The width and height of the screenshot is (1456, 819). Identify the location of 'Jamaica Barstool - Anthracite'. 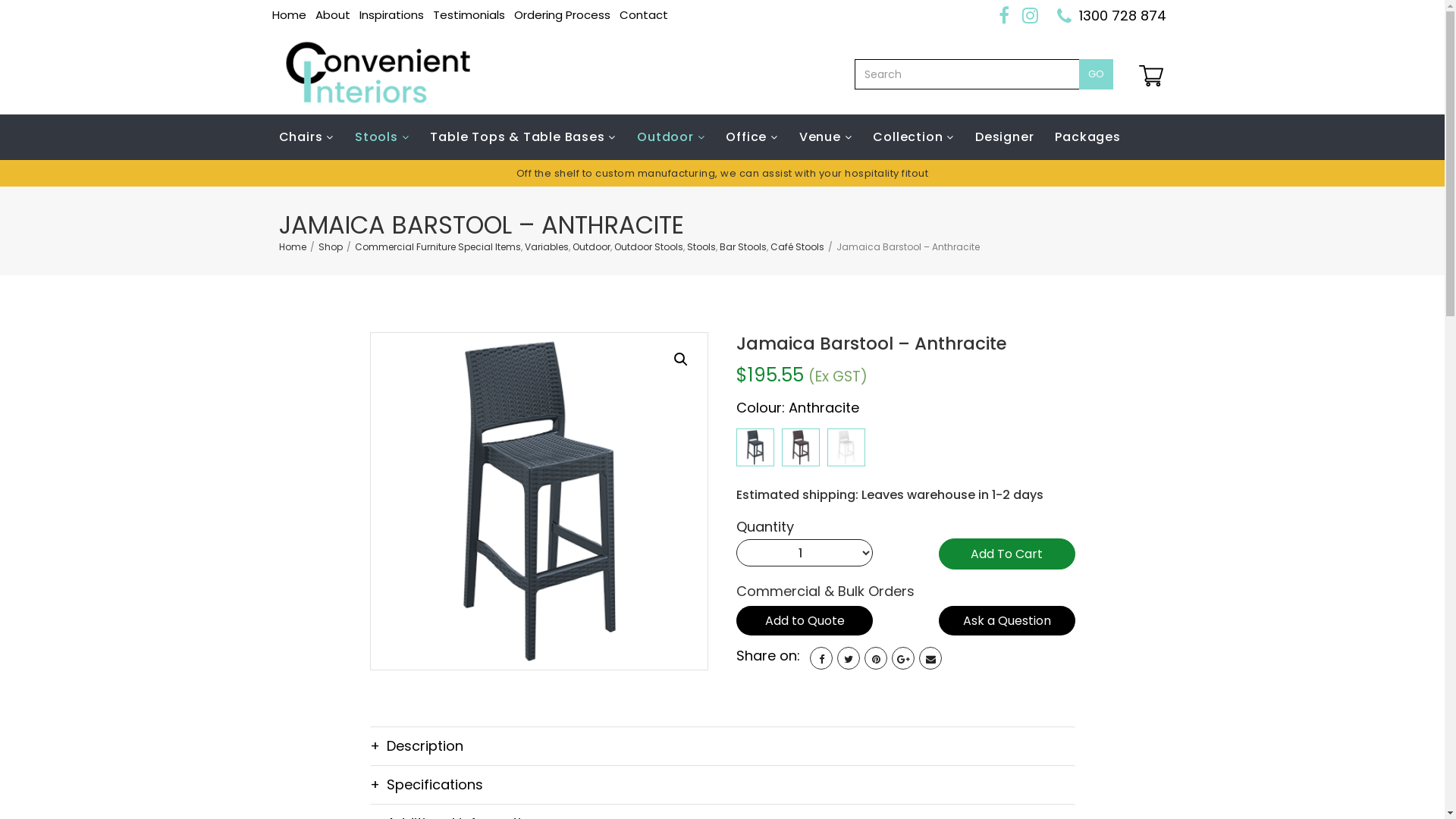
(538, 500).